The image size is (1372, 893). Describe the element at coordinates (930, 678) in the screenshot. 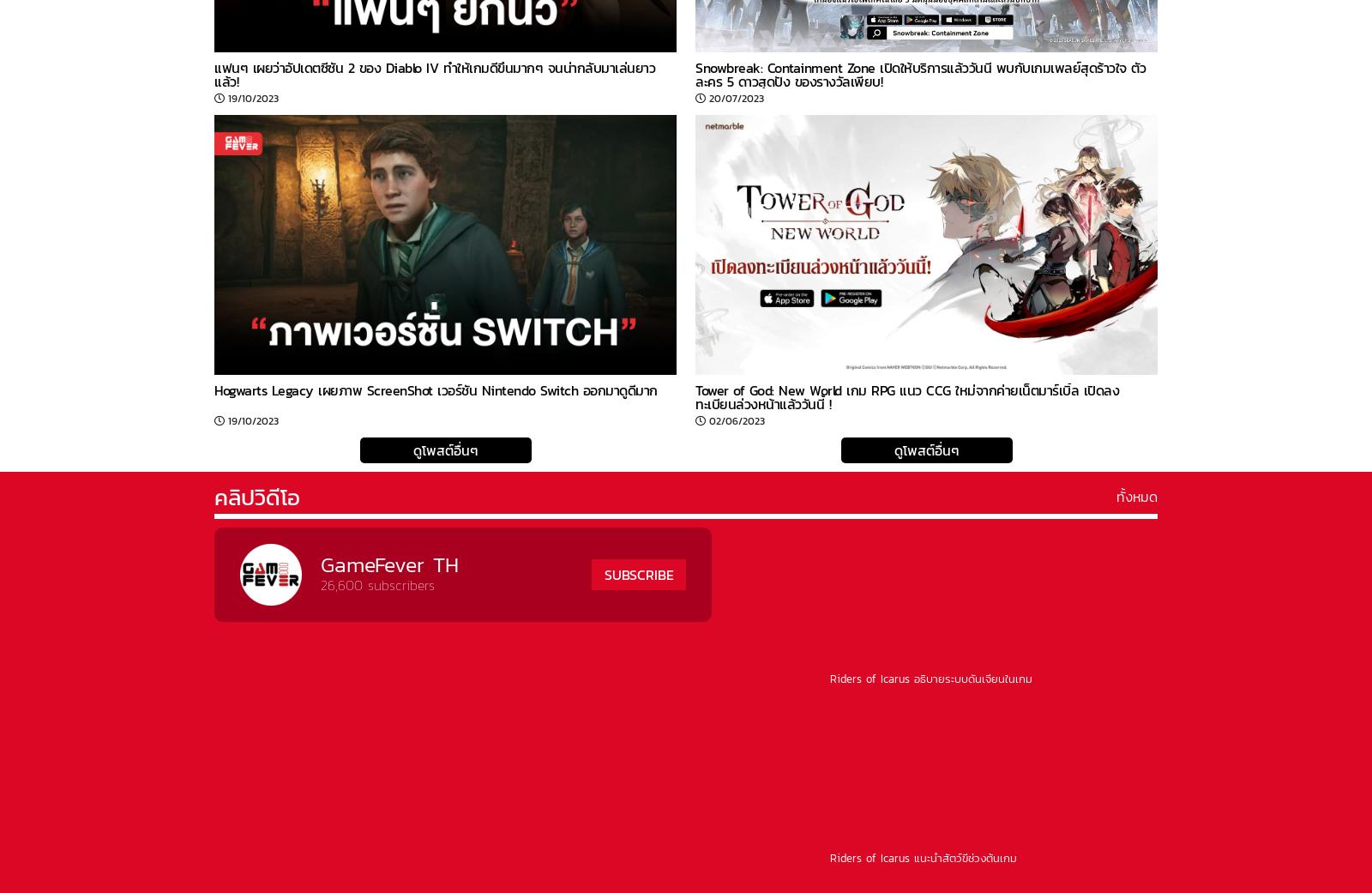

I see `'Riders of Icarus อธิบายระบบดันเจี้ยนในเกม'` at that location.